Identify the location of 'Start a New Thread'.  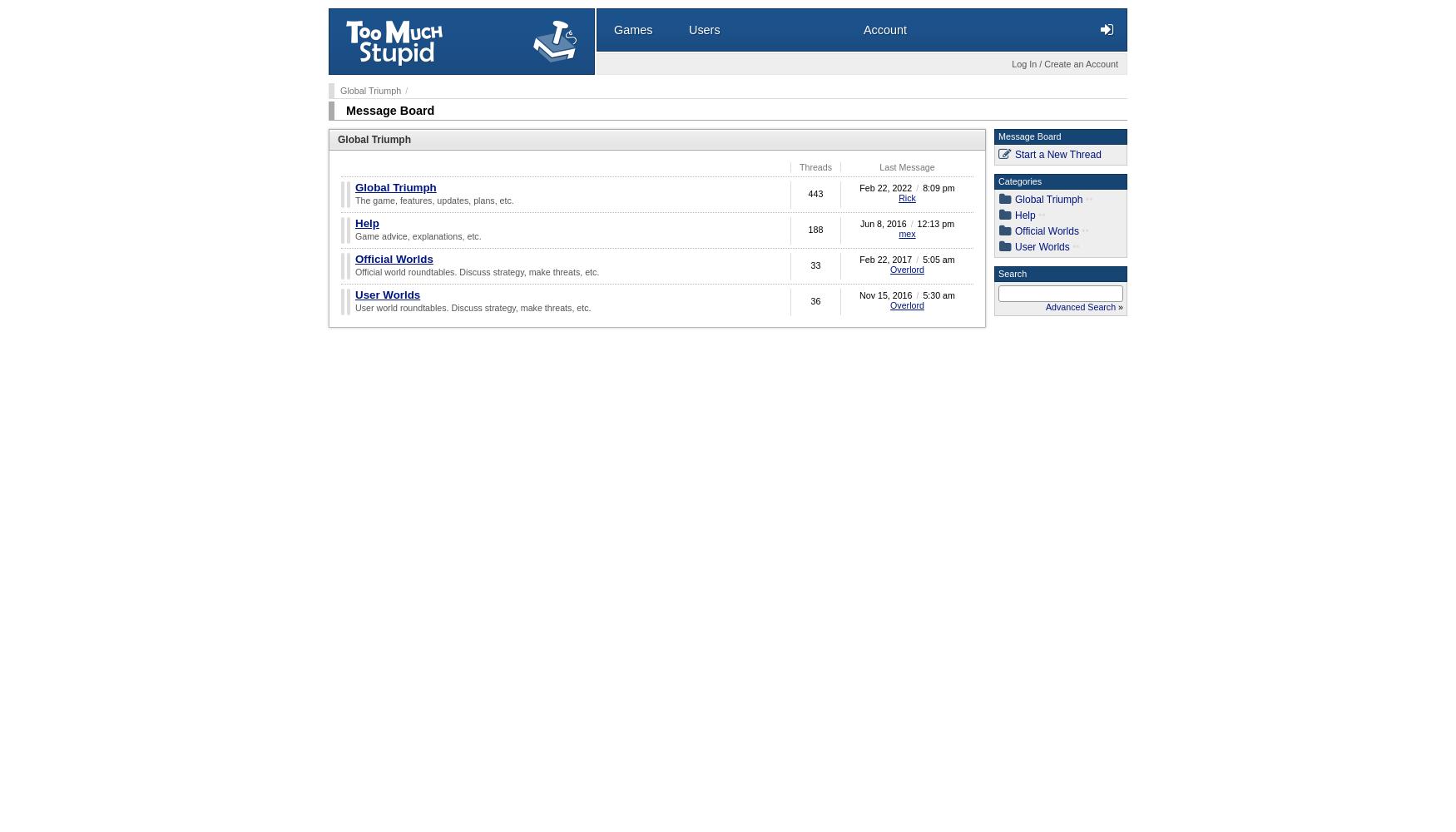
(1014, 155).